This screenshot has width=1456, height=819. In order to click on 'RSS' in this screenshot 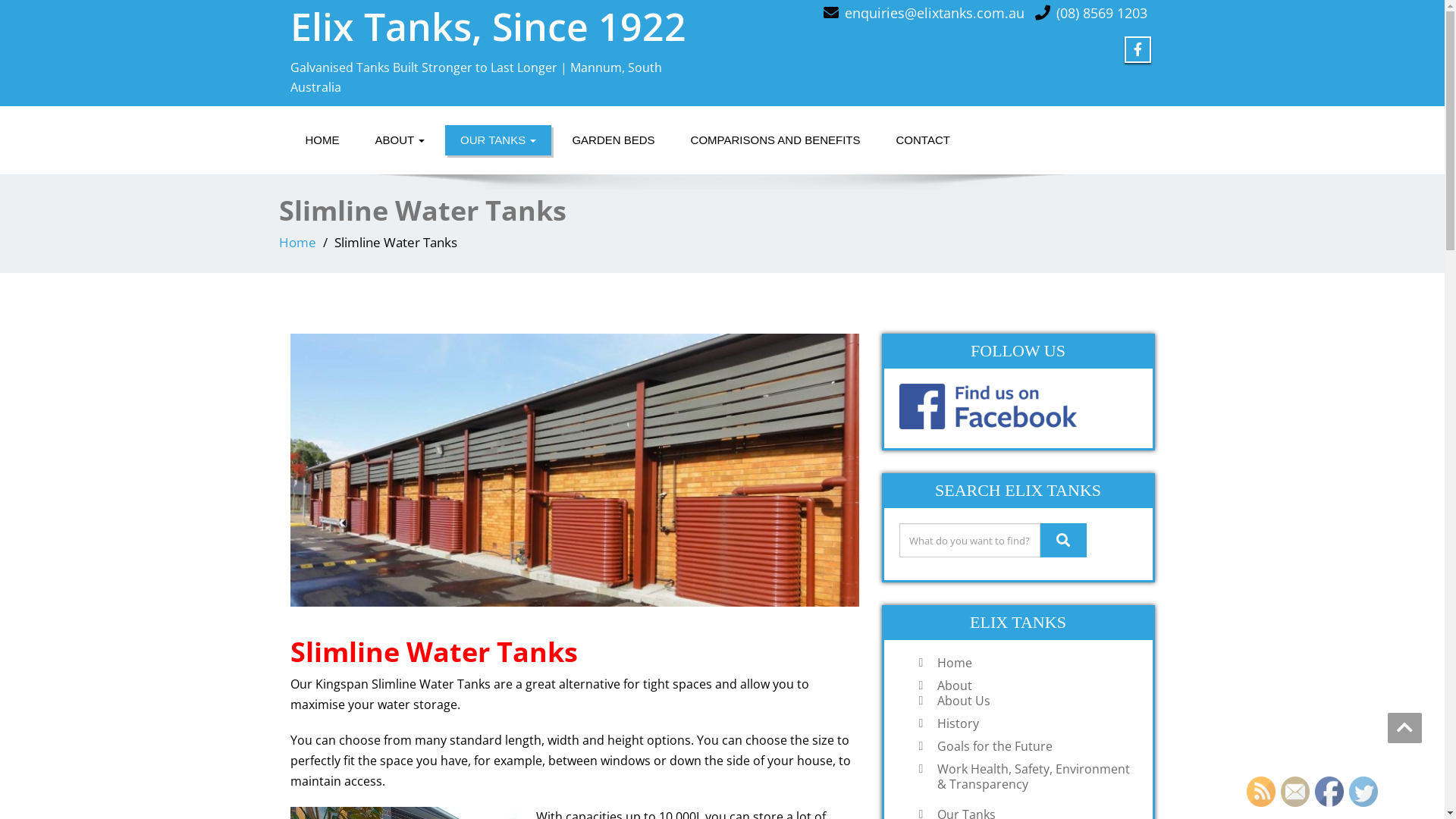, I will do `click(1260, 791)`.